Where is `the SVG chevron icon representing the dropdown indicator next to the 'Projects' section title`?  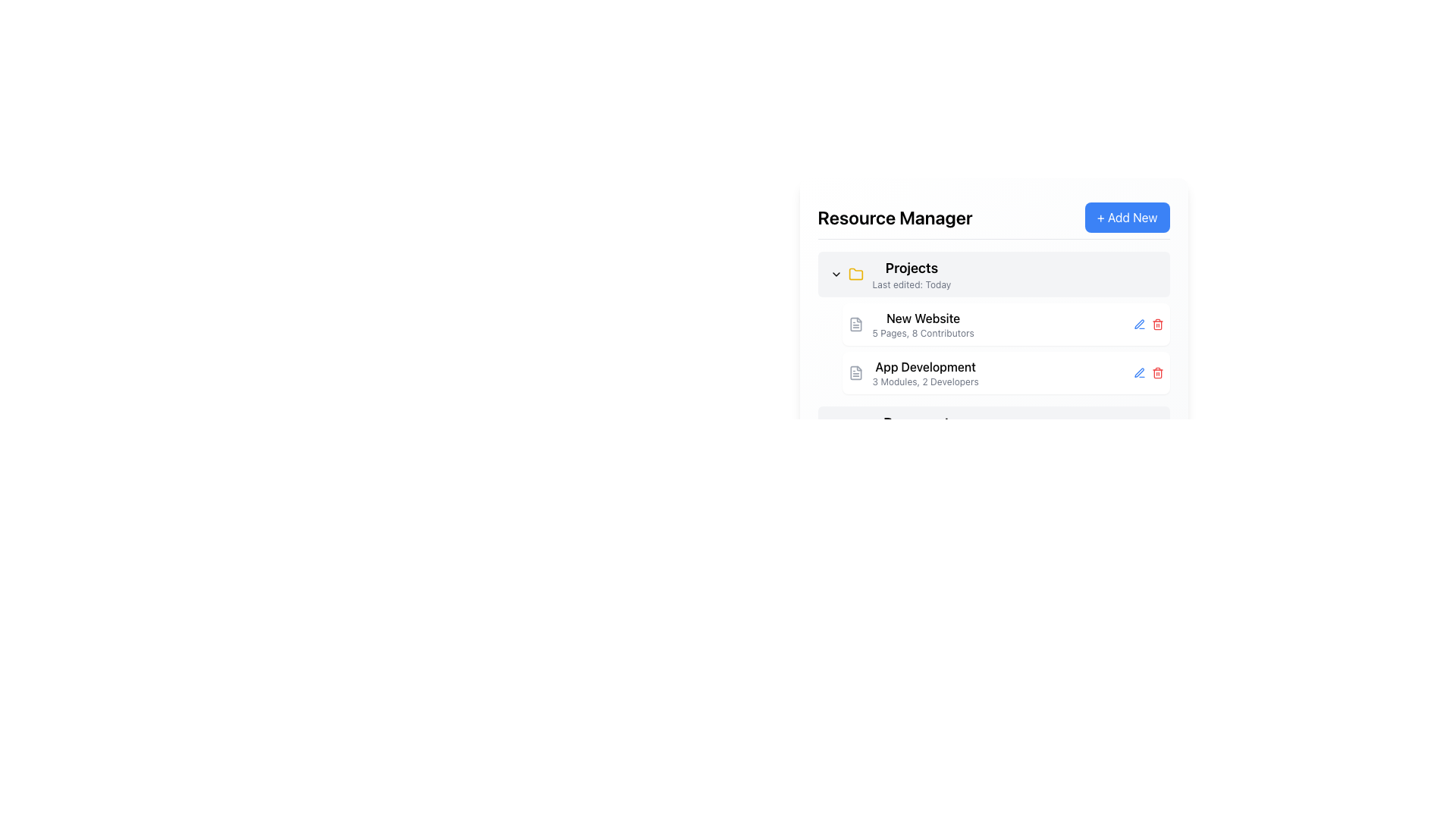
the SVG chevron icon representing the dropdown indicator next to the 'Projects' section title is located at coordinates (835, 275).